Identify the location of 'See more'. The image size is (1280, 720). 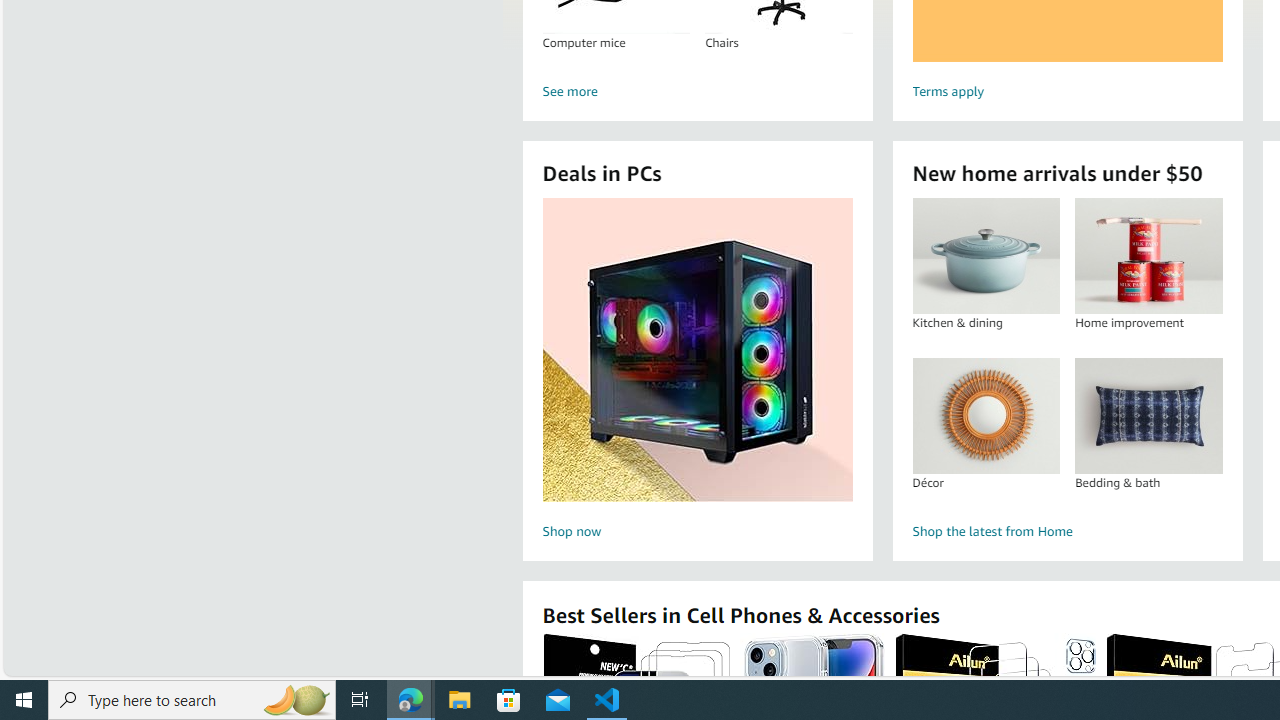
(696, 92).